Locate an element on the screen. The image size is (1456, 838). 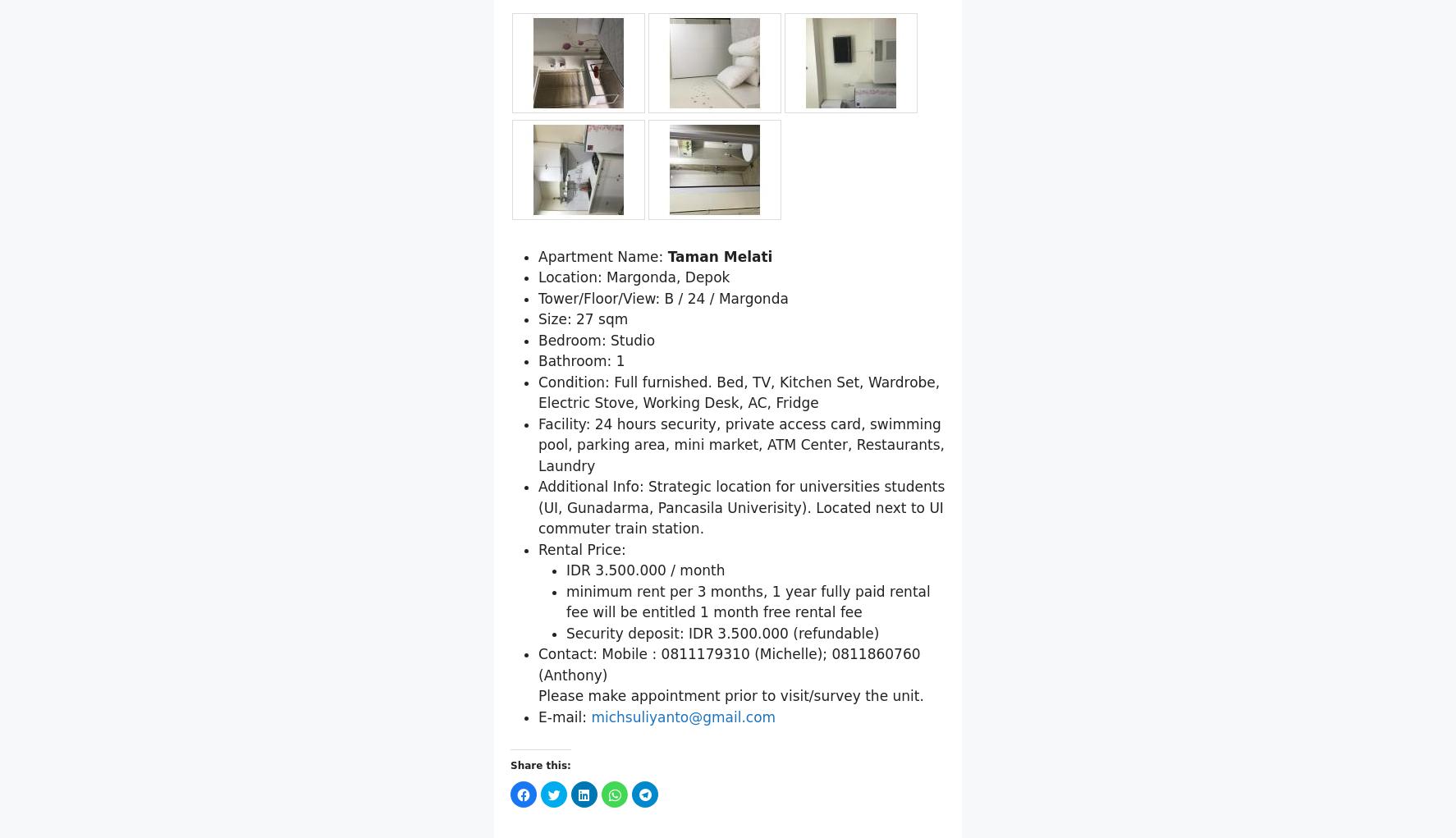
'Condition: Full furnished. Bed, TV, Kitchen Set, Wardrobe, Electric Stove, Working Desk, AC, Fridge' is located at coordinates (738, 476).